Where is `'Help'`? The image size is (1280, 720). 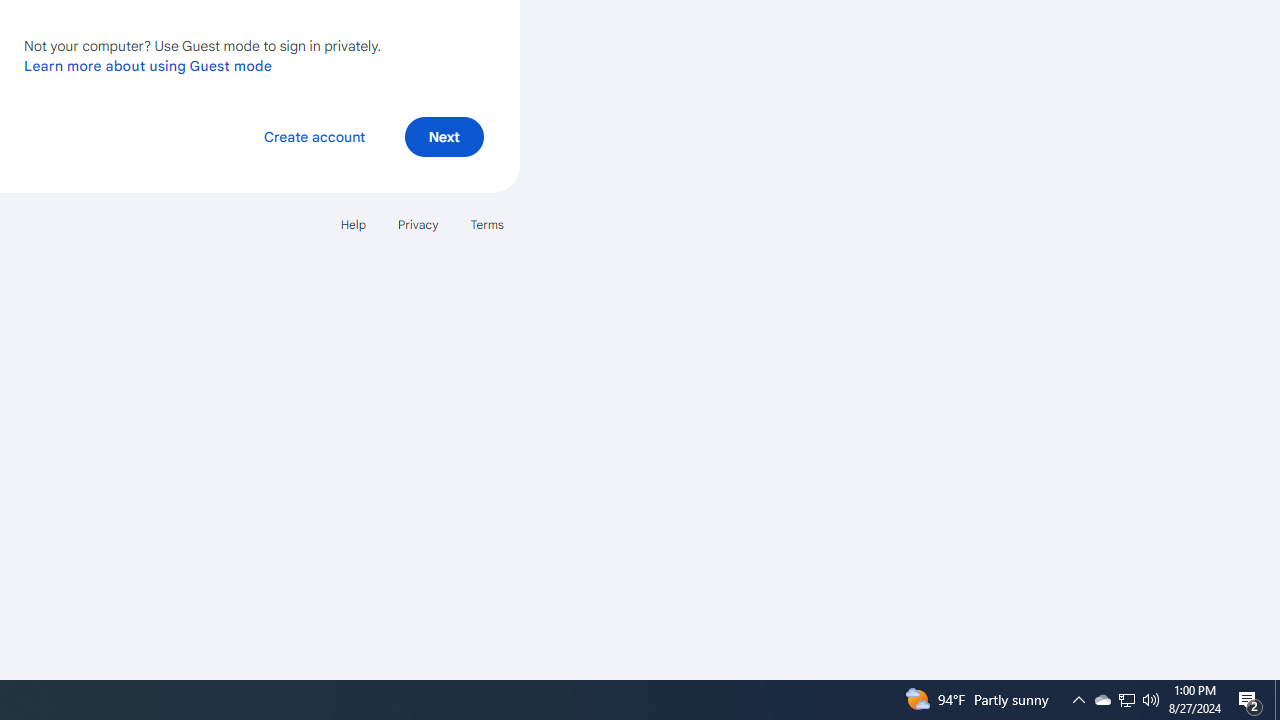
'Help' is located at coordinates (352, 224).